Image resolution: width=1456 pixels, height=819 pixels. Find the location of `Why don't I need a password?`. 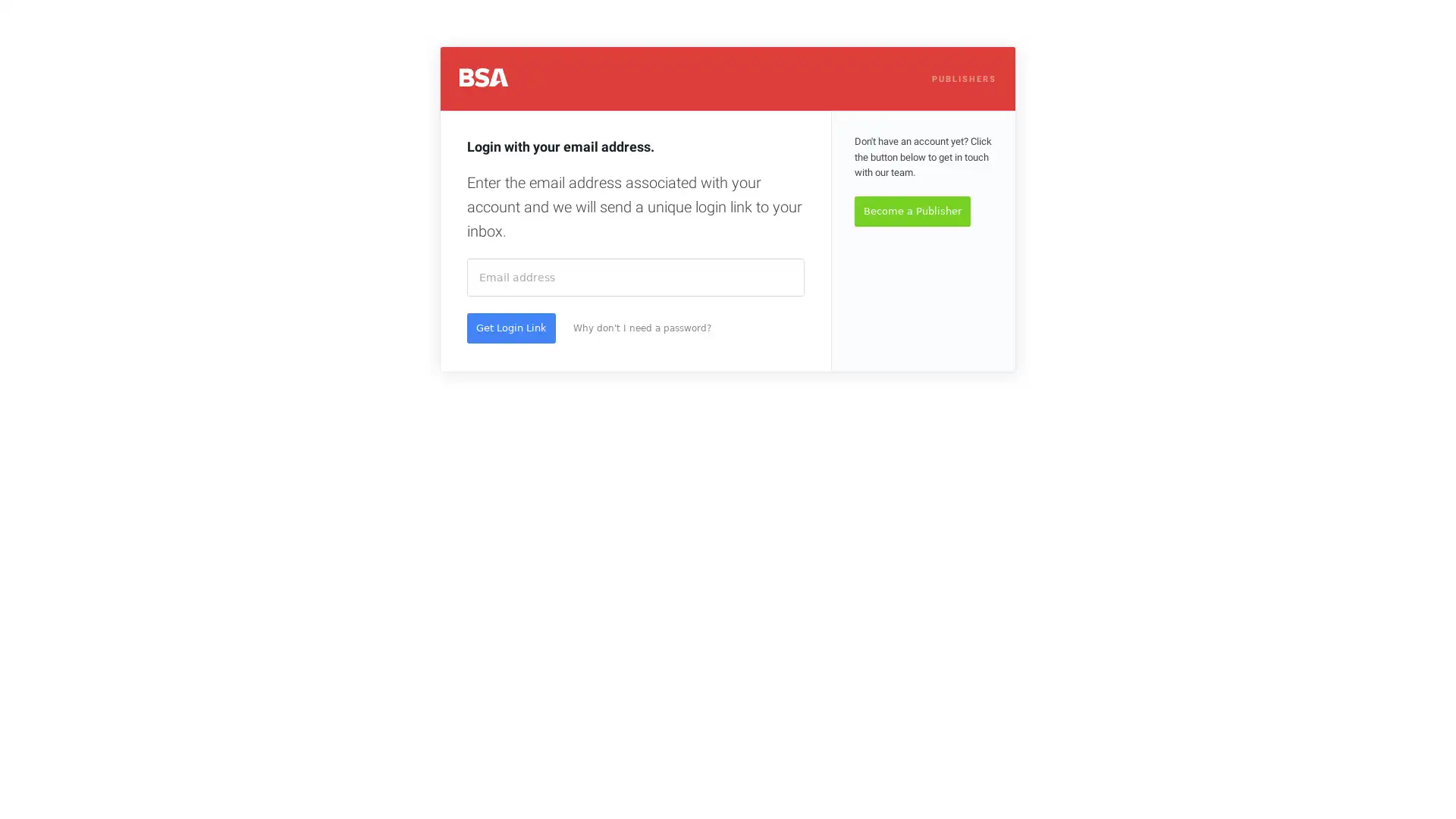

Why don't I need a password? is located at coordinates (642, 327).